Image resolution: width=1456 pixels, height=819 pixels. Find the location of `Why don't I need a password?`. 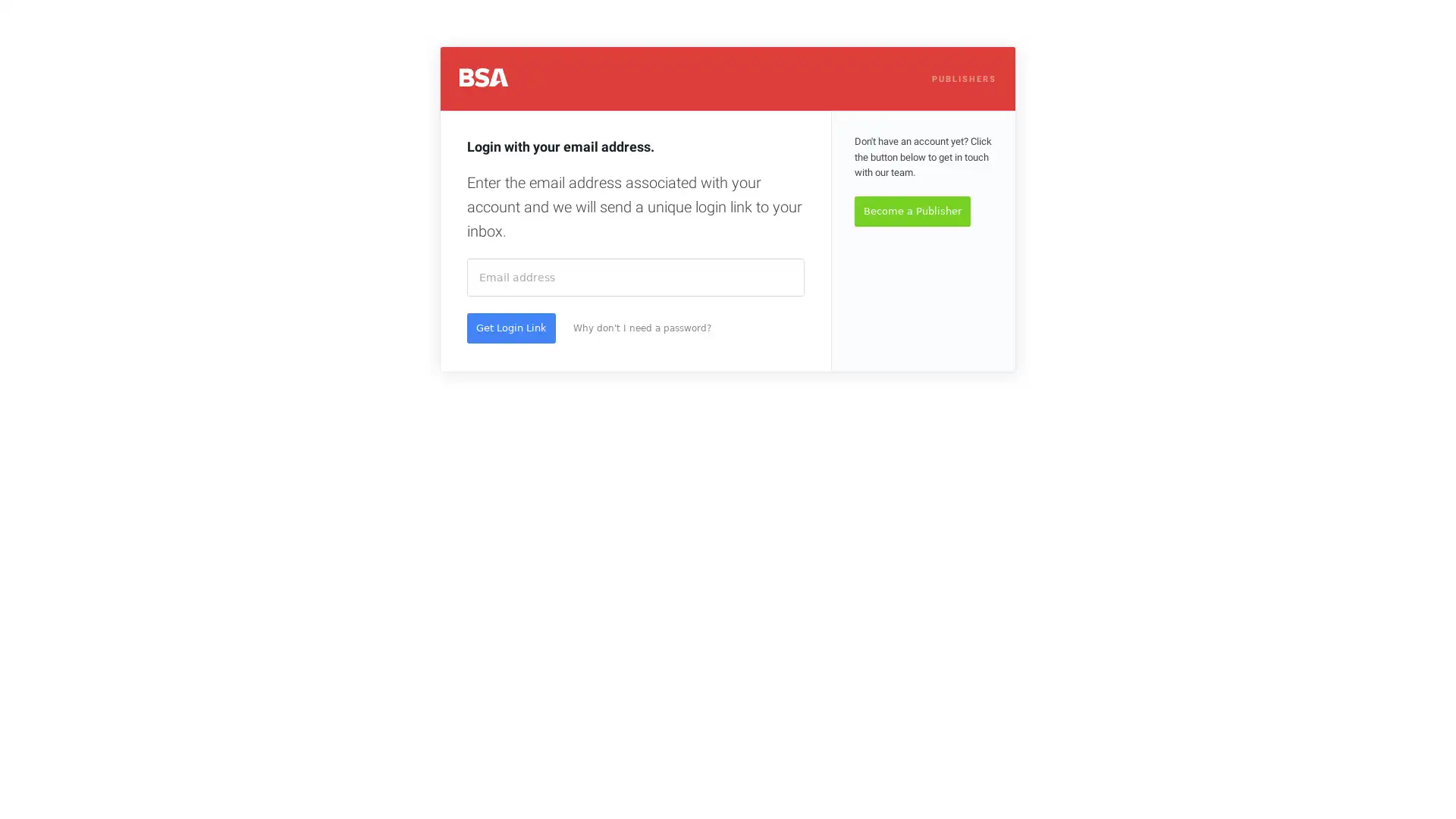

Why don't I need a password? is located at coordinates (642, 327).